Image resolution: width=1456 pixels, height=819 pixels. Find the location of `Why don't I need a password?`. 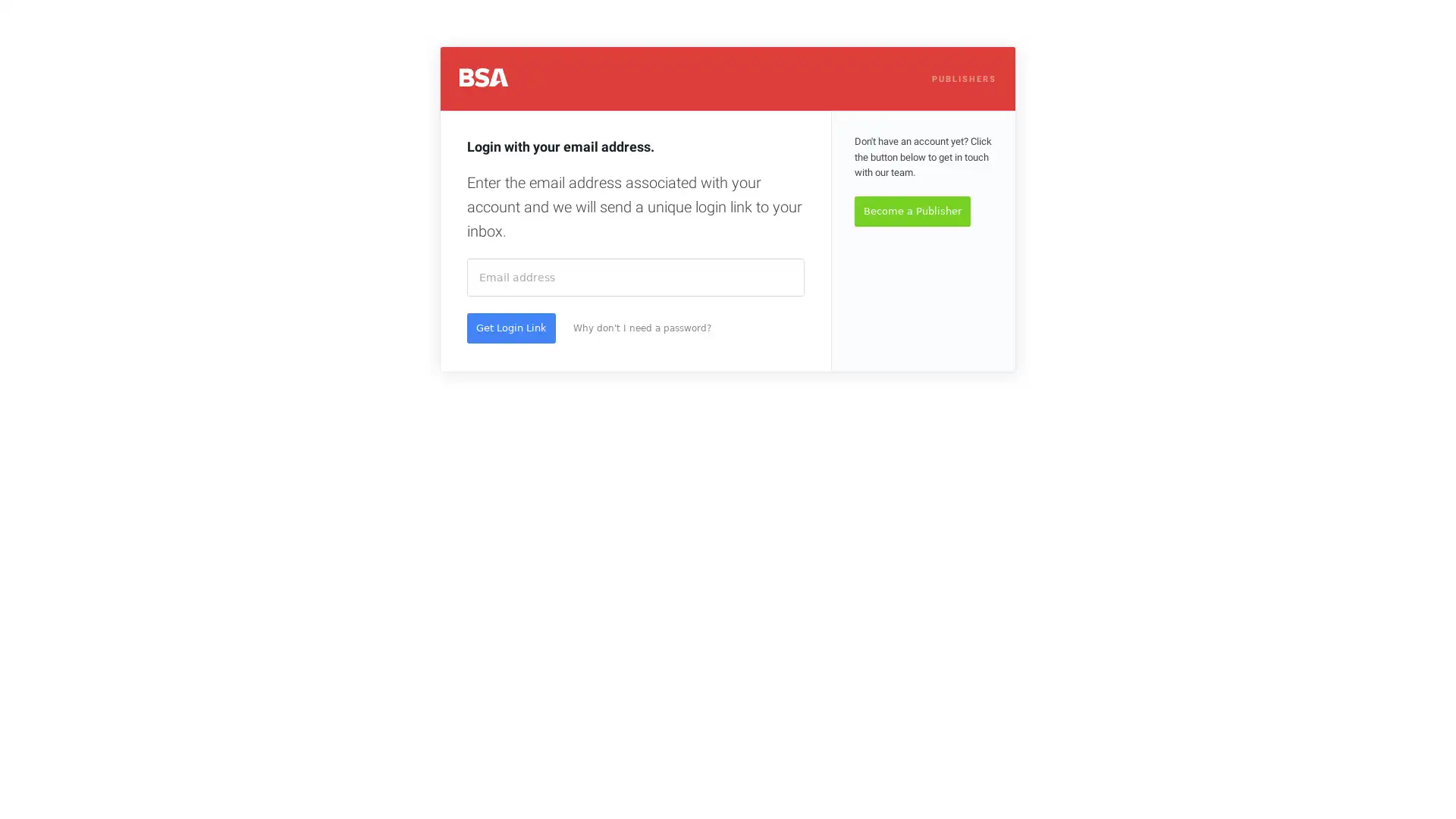

Why don't I need a password? is located at coordinates (642, 327).